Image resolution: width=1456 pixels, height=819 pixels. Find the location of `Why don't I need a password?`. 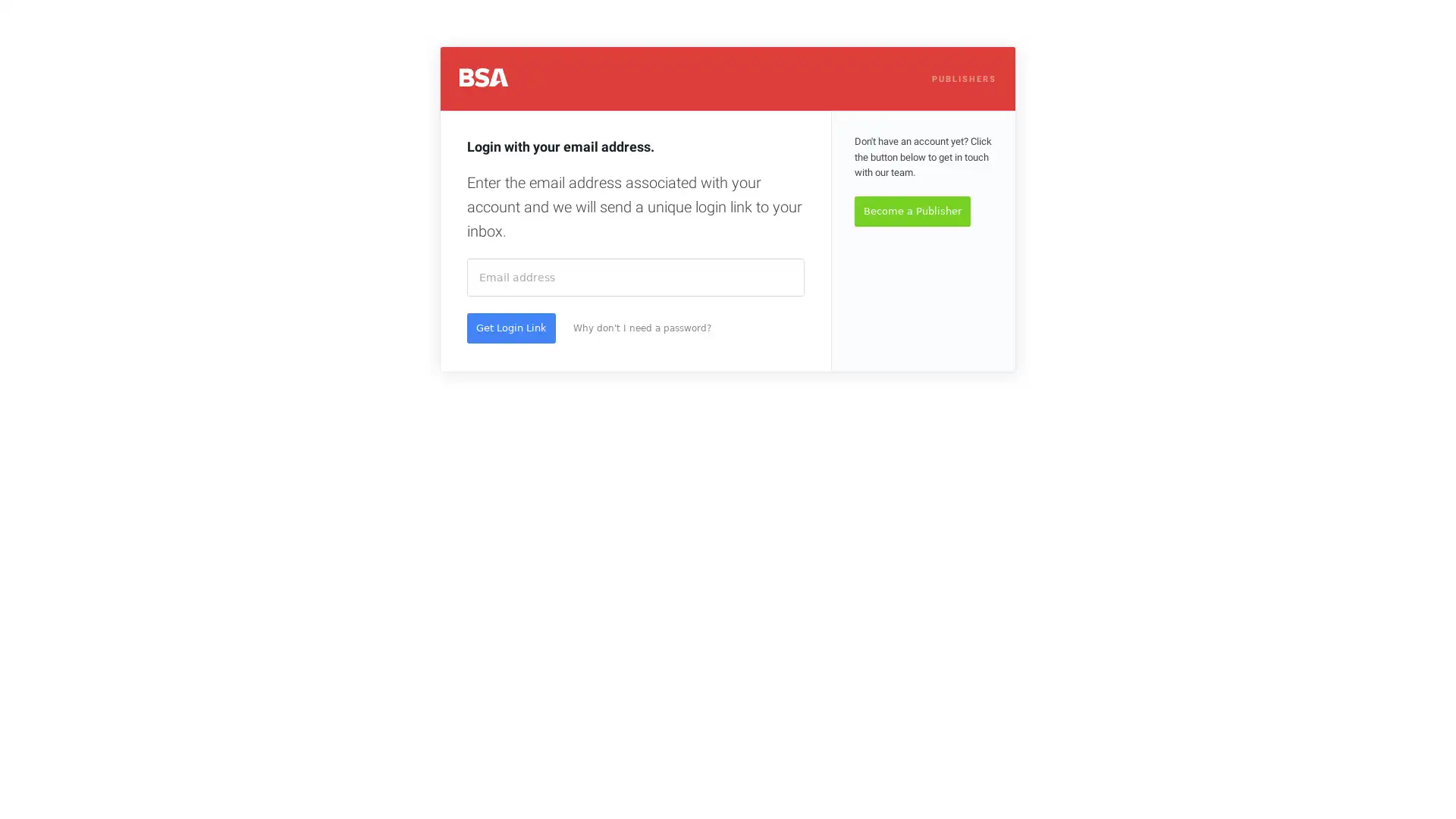

Why don't I need a password? is located at coordinates (642, 327).